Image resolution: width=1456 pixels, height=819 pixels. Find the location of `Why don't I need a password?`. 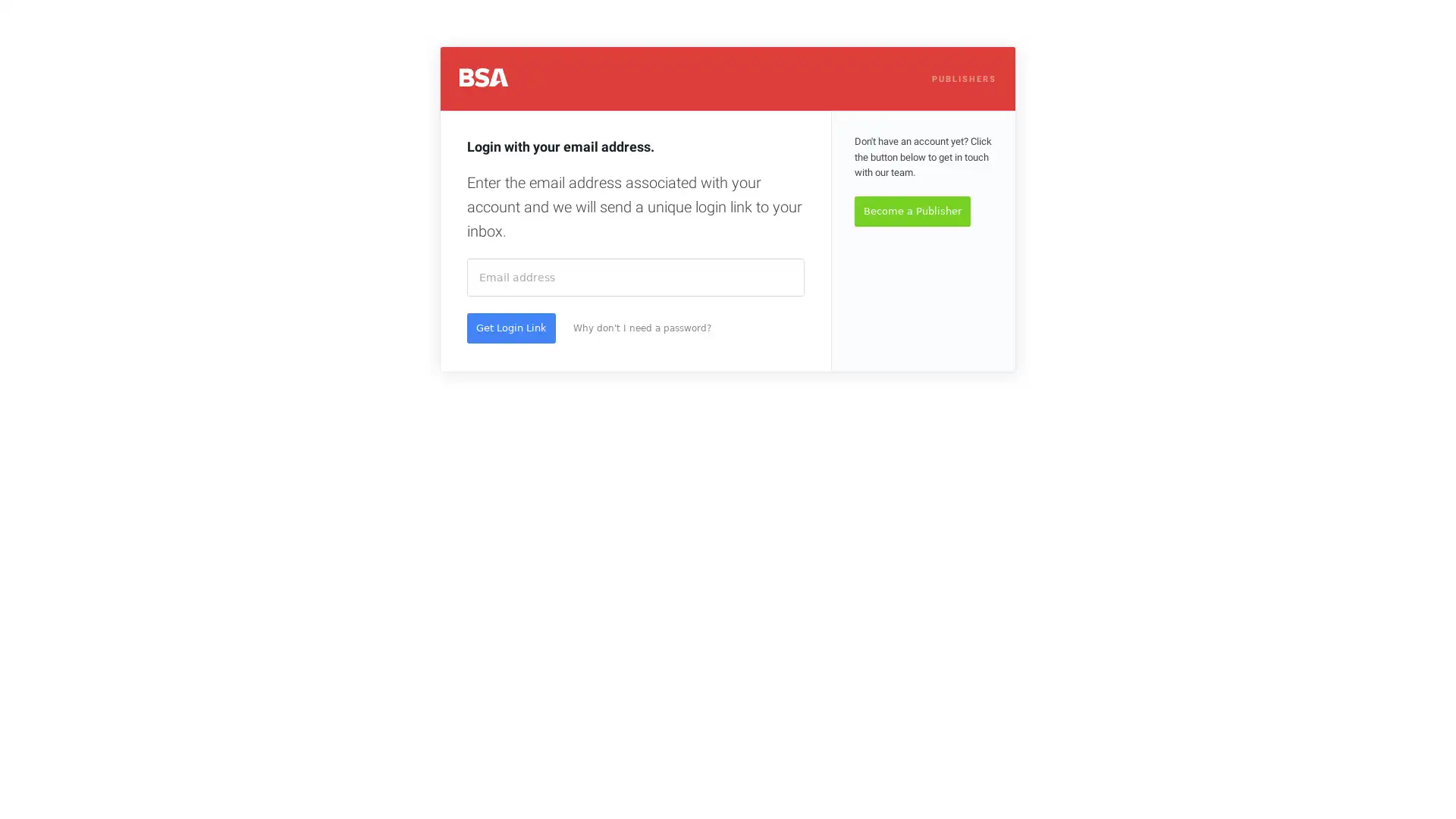

Why don't I need a password? is located at coordinates (642, 327).